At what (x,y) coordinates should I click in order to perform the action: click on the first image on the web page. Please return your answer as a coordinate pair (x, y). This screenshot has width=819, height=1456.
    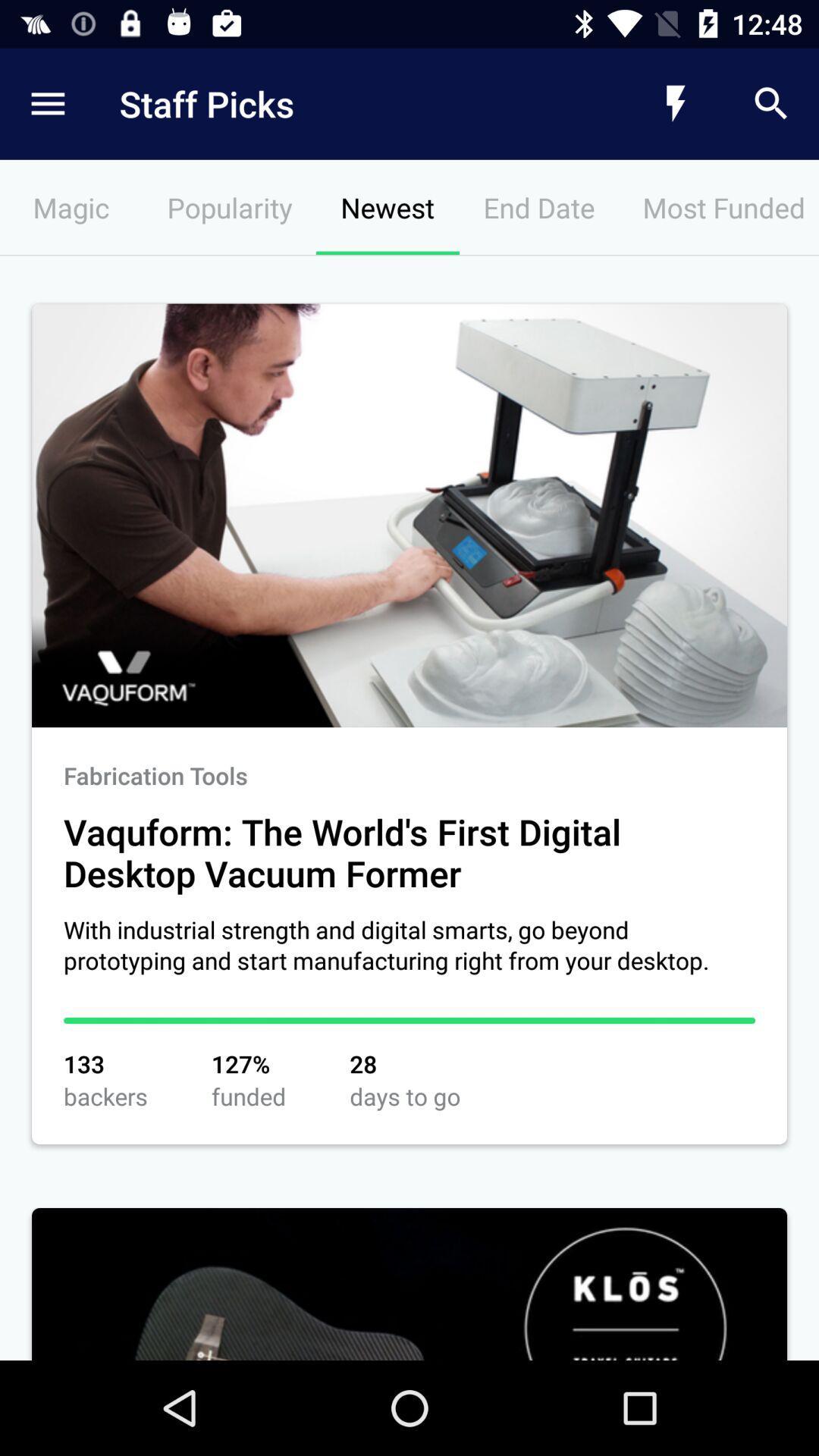
    Looking at the image, I should click on (409, 516).